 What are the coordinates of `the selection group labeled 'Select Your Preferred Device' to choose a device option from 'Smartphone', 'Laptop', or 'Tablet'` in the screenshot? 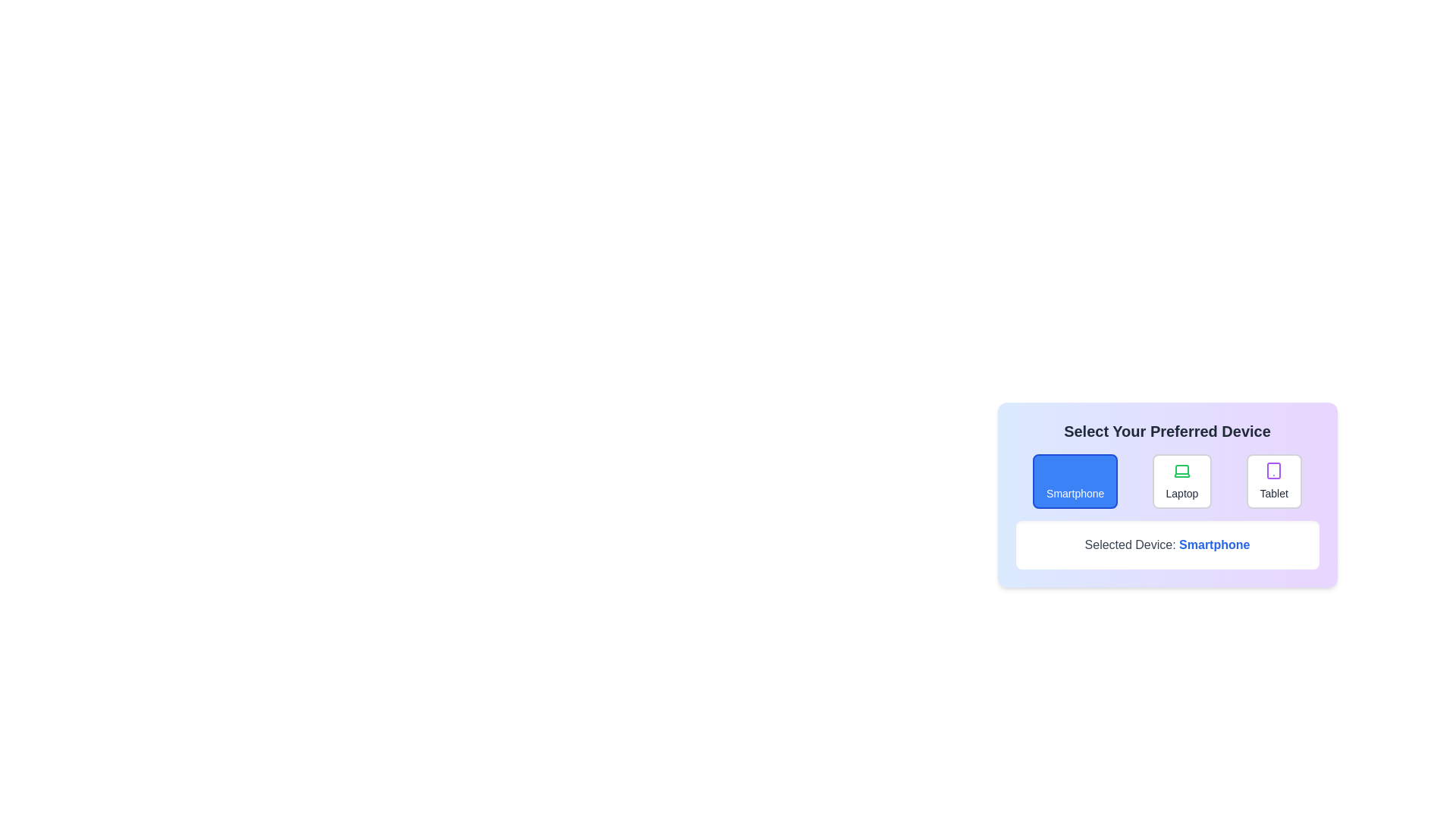 It's located at (1166, 494).